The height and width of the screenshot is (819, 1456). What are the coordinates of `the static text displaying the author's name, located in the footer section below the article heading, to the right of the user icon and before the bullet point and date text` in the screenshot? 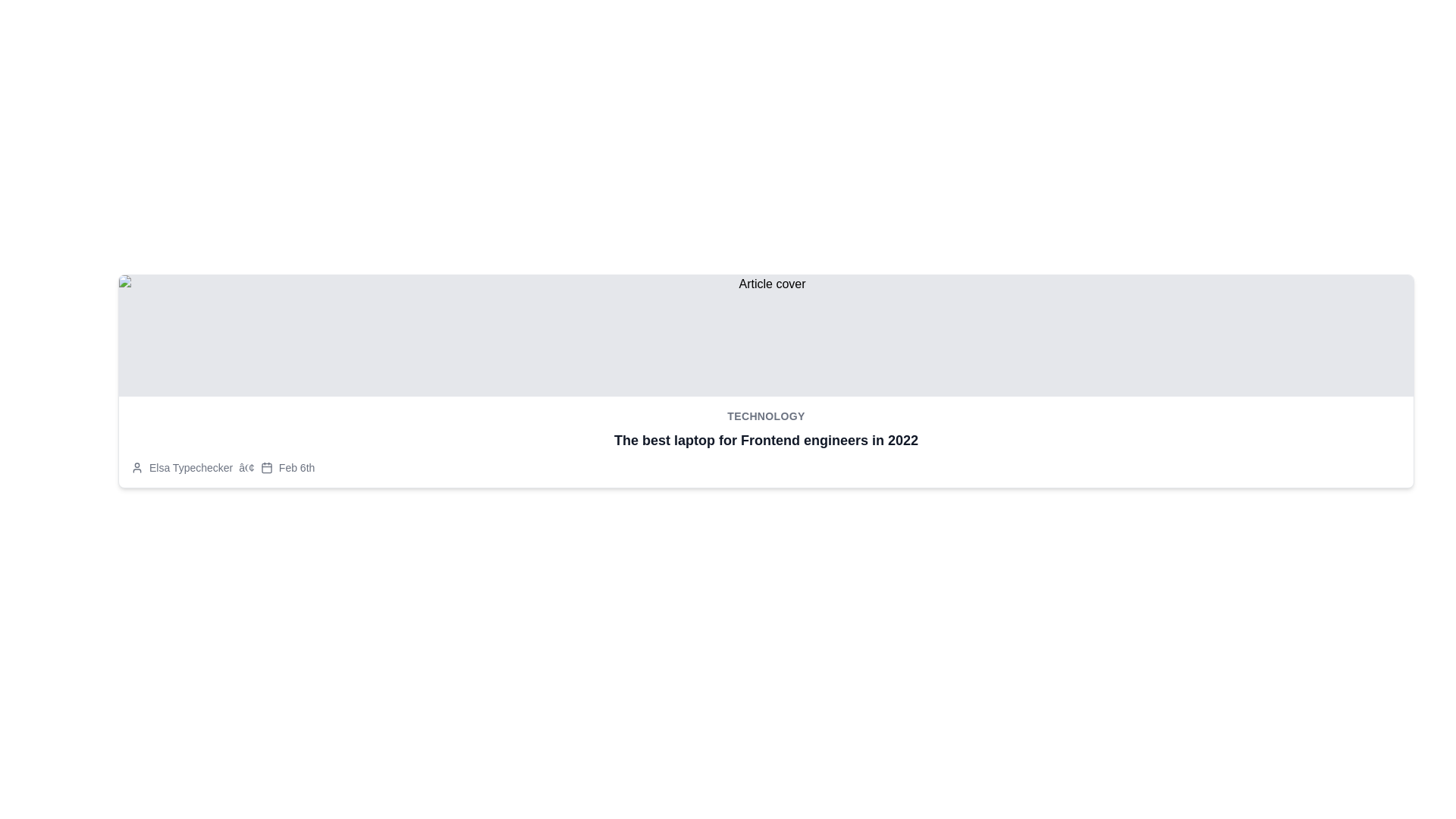 It's located at (190, 467).